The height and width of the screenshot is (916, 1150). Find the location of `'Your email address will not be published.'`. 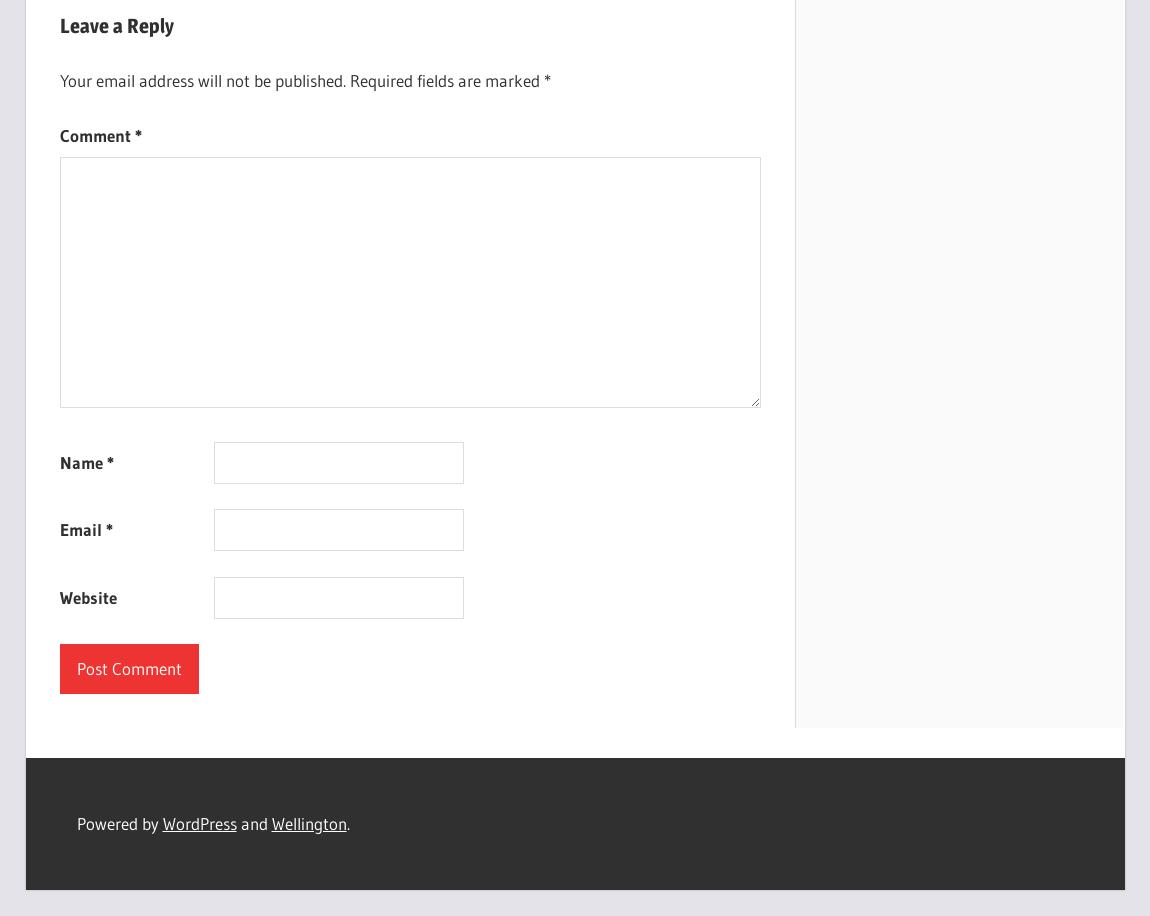

'Your email address will not be published.' is located at coordinates (201, 78).